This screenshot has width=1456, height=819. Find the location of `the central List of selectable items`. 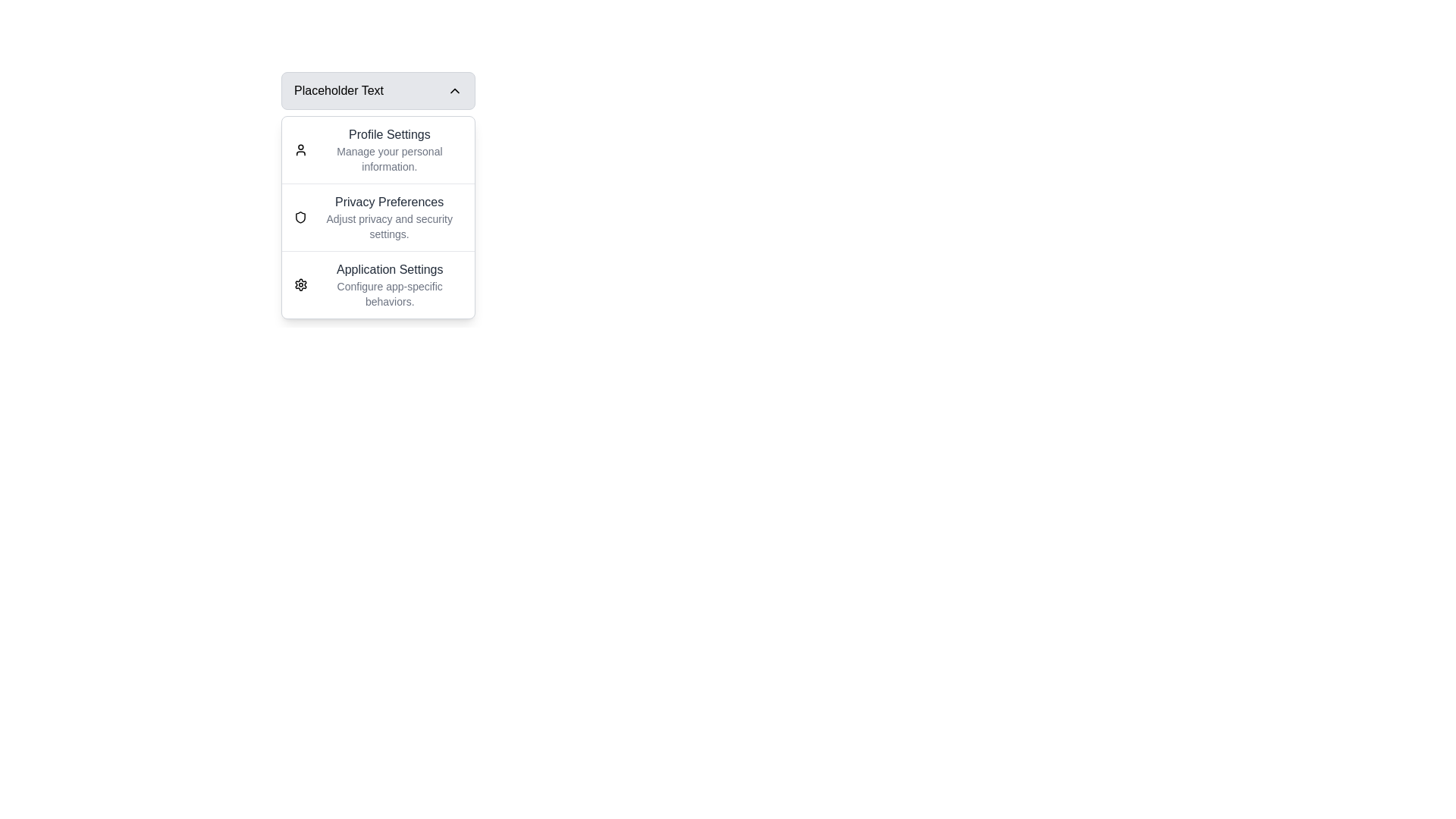

the central List of selectable items is located at coordinates (378, 217).